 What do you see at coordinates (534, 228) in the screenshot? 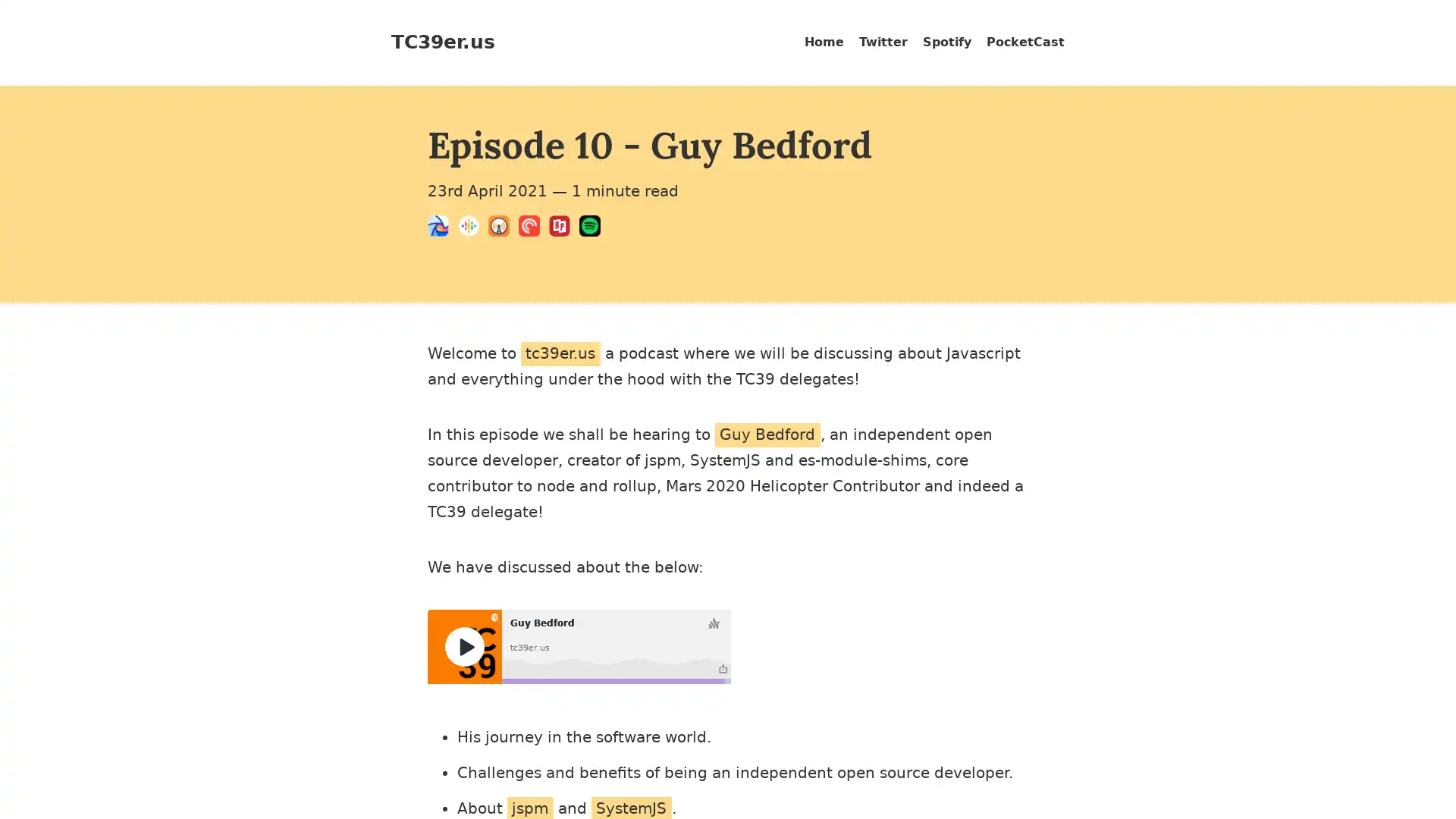
I see `Pocket Casts Logo` at bounding box center [534, 228].